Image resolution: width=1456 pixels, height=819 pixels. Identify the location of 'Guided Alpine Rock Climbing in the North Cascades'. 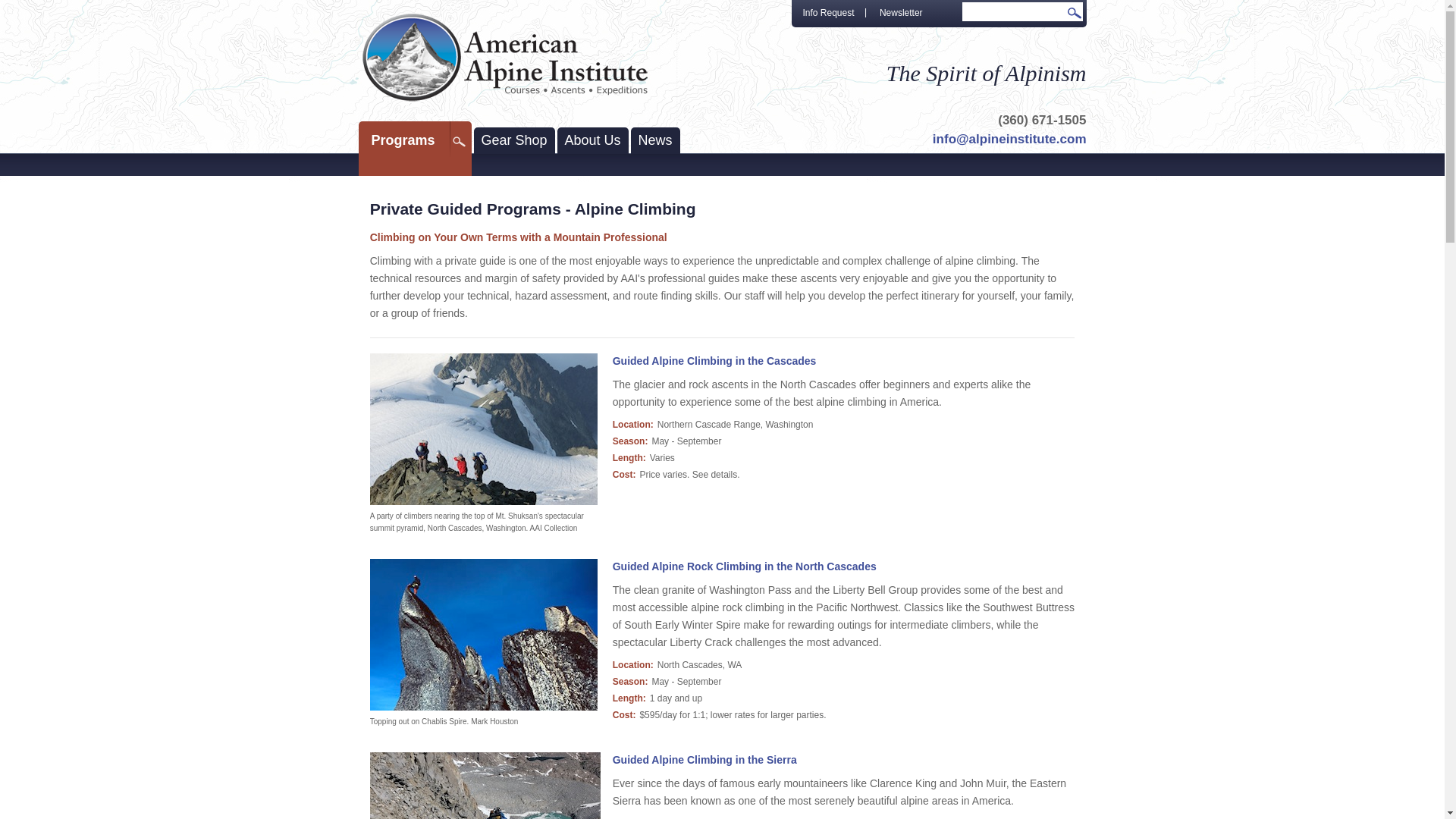
(745, 566).